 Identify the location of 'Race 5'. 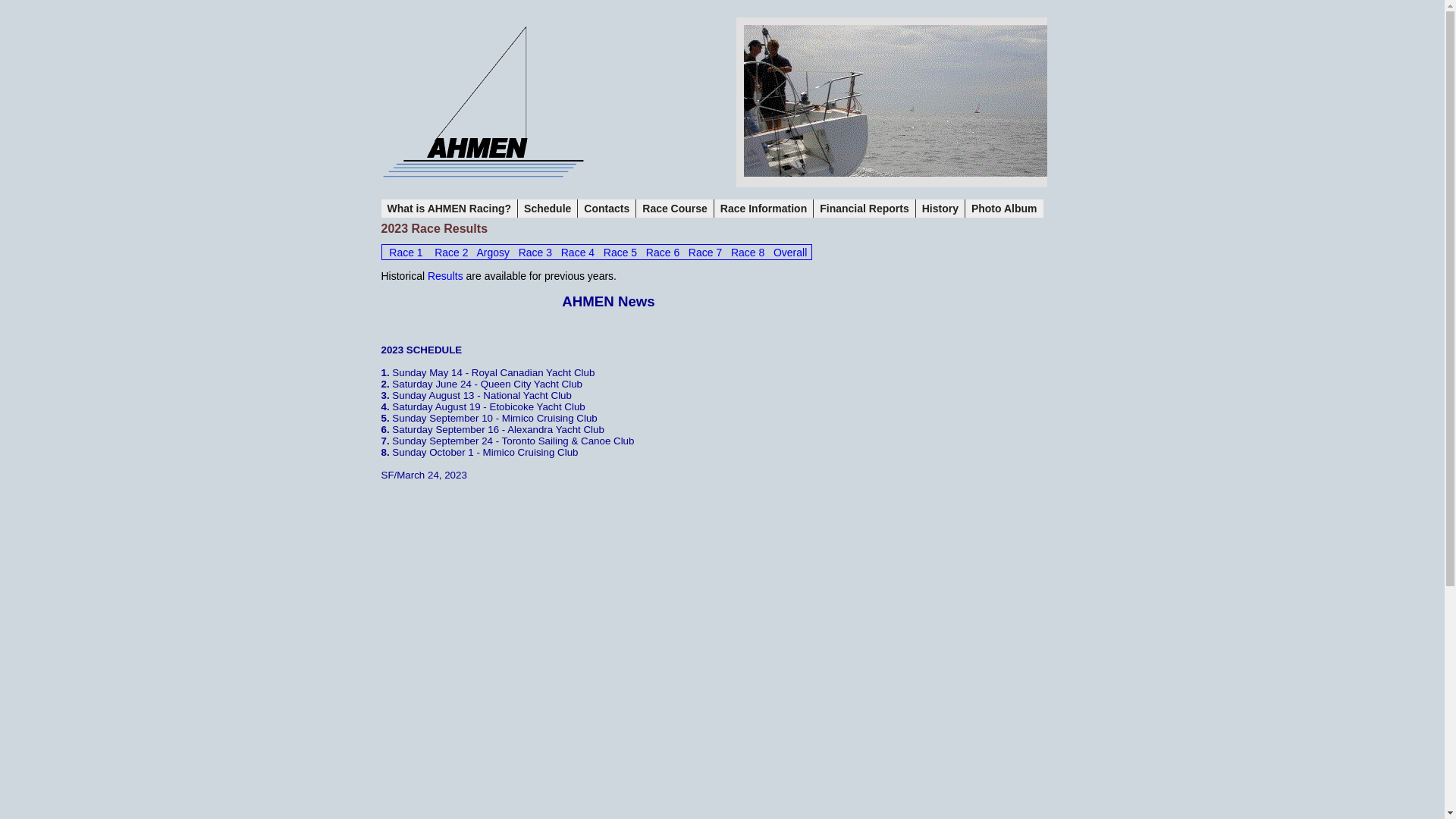
(620, 251).